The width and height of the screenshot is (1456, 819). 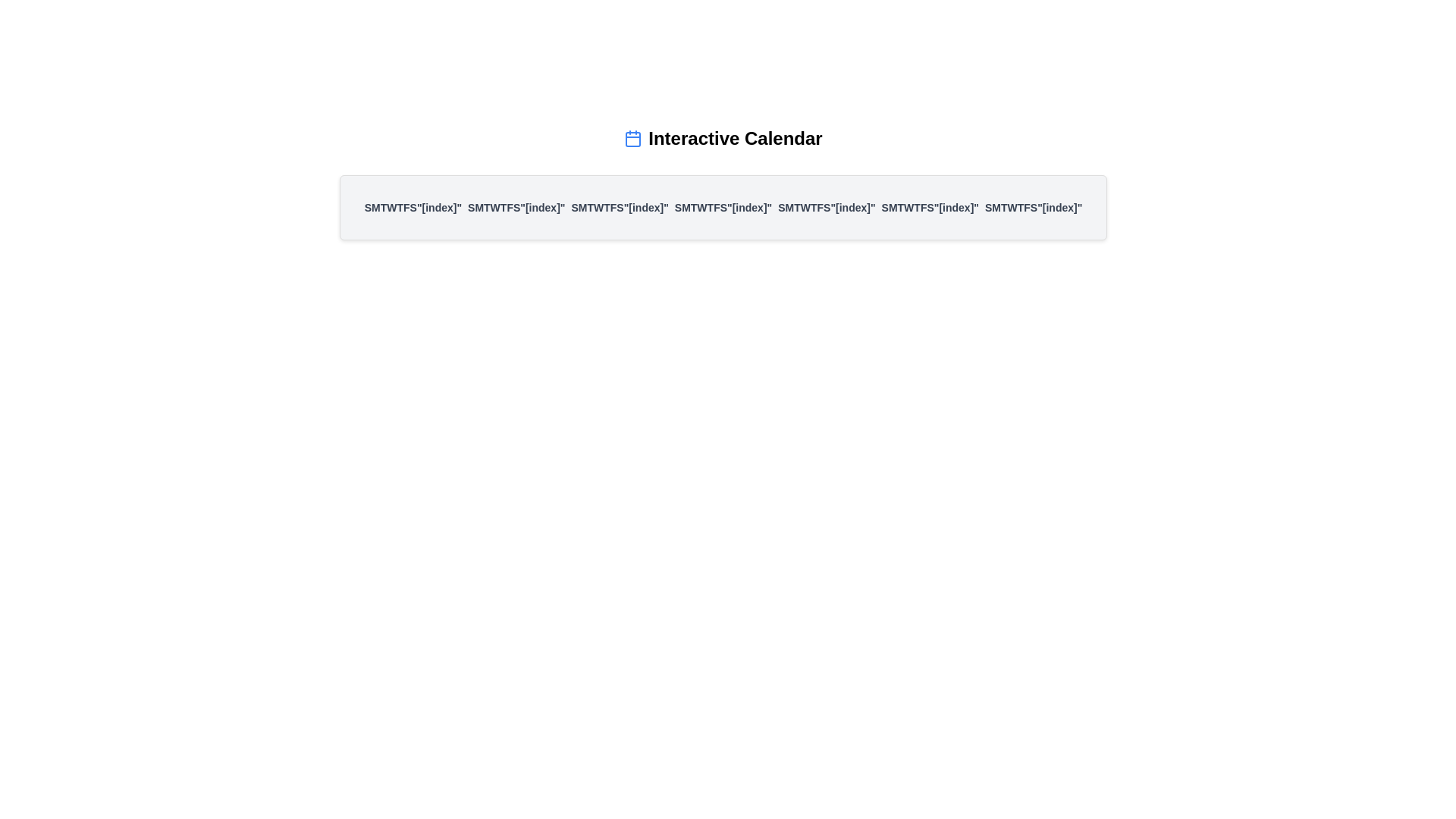 What do you see at coordinates (735, 138) in the screenshot?
I see `the 'Interactive Calendar' heading by clicking it to access adjacent interactive elements` at bounding box center [735, 138].